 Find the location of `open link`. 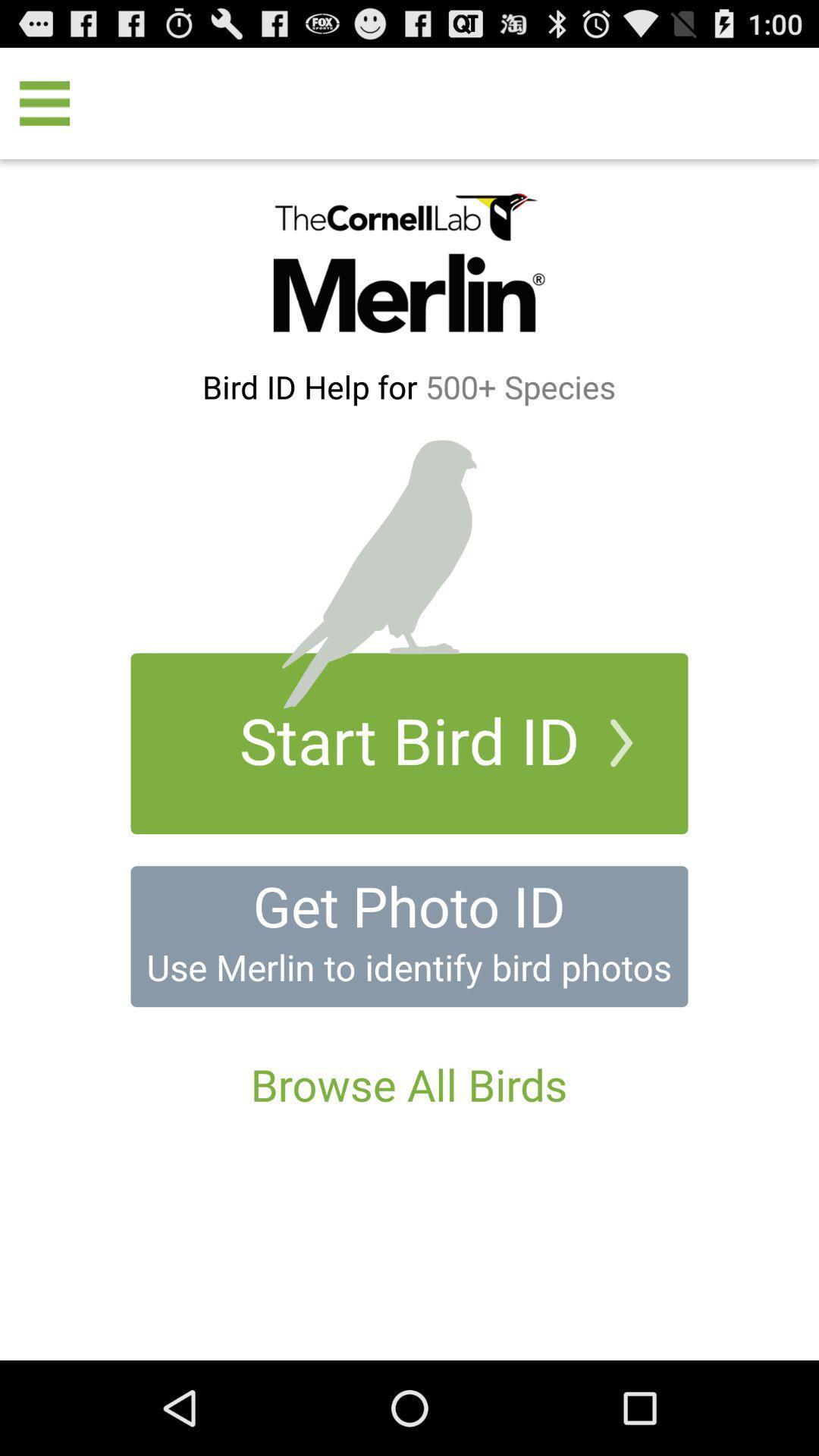

open link is located at coordinates (409, 936).